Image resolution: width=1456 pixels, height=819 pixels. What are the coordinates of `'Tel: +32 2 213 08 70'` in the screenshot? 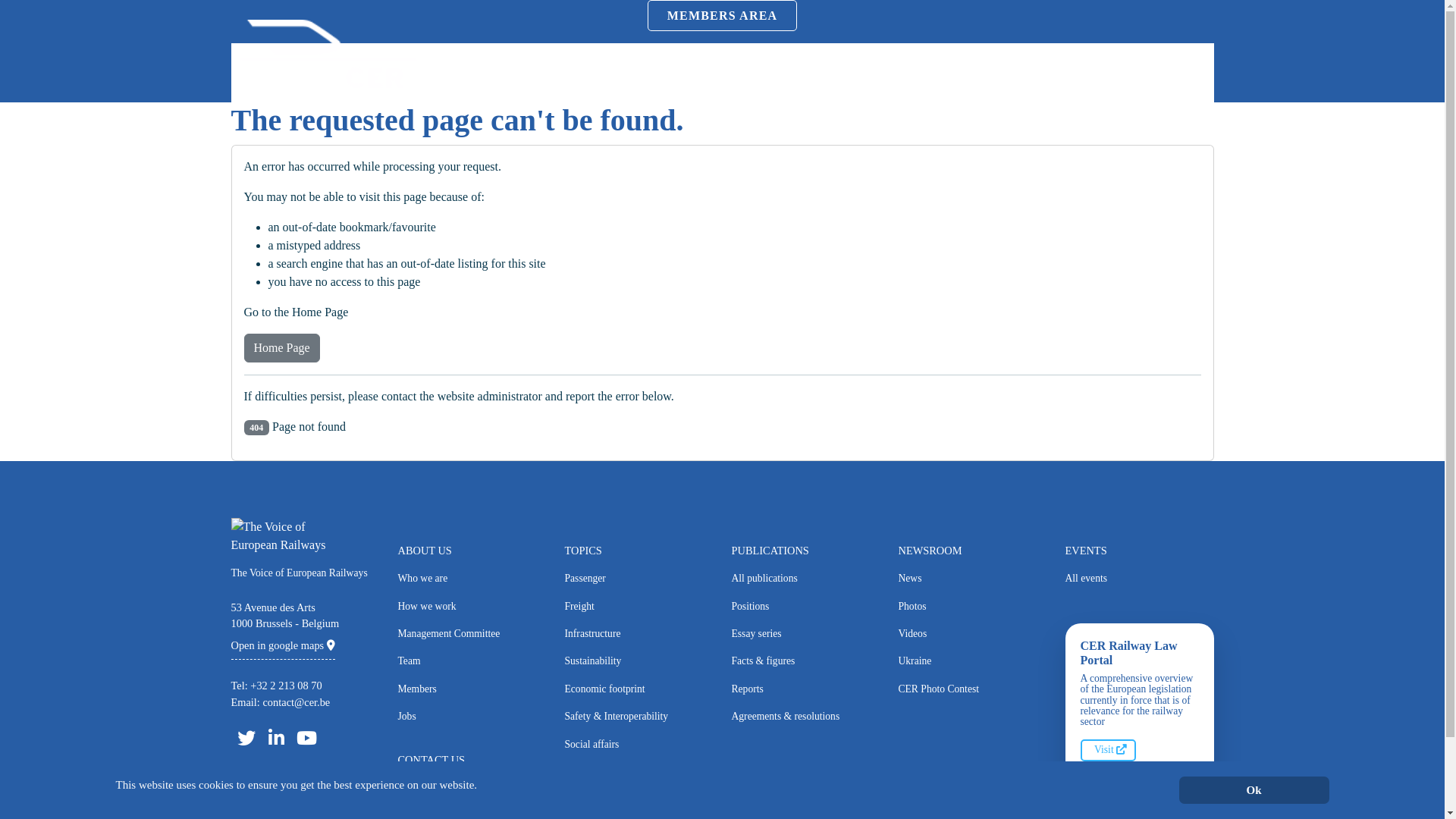 It's located at (276, 685).